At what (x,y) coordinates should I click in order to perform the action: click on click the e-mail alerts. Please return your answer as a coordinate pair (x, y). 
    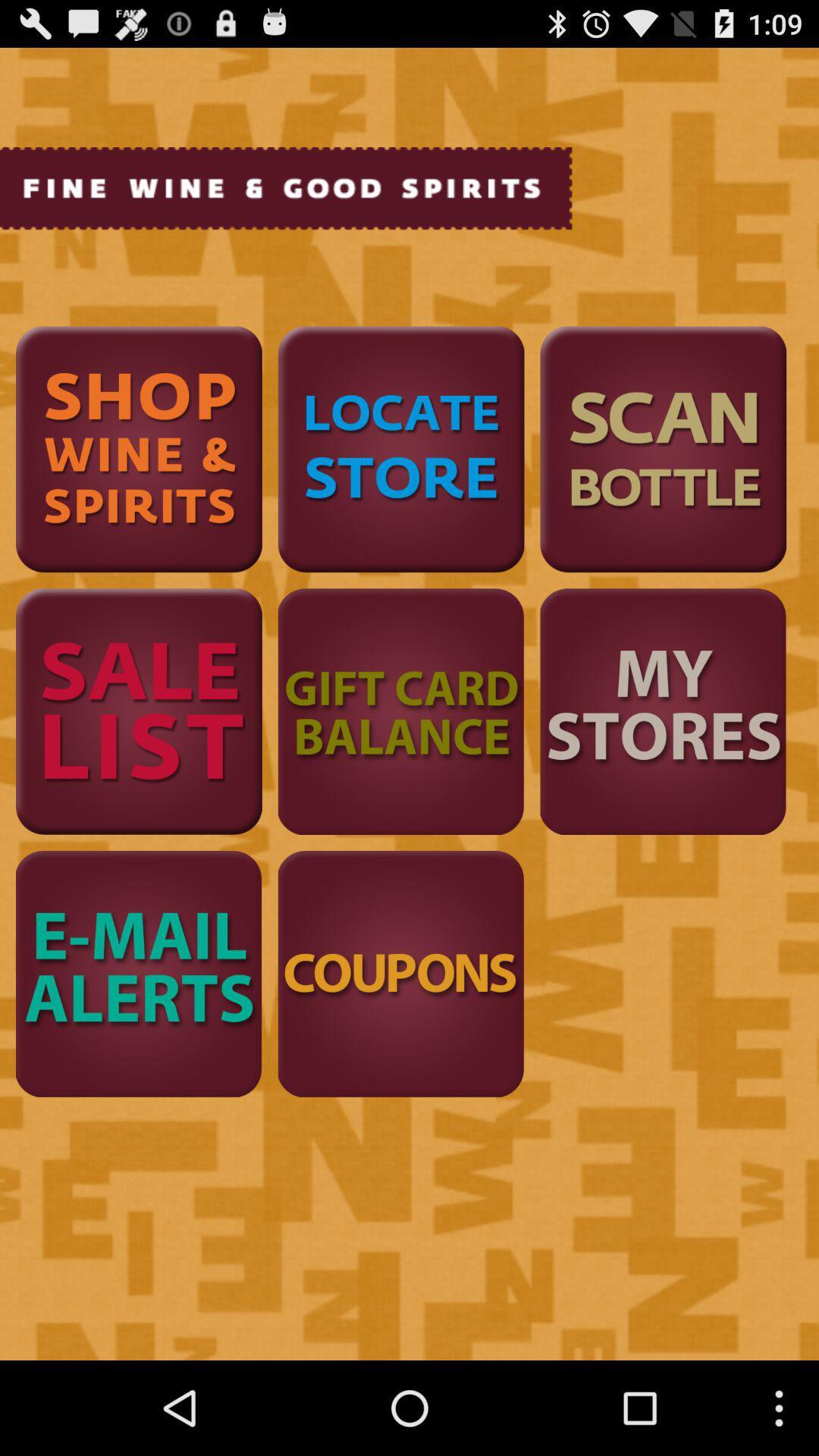
    Looking at the image, I should click on (139, 974).